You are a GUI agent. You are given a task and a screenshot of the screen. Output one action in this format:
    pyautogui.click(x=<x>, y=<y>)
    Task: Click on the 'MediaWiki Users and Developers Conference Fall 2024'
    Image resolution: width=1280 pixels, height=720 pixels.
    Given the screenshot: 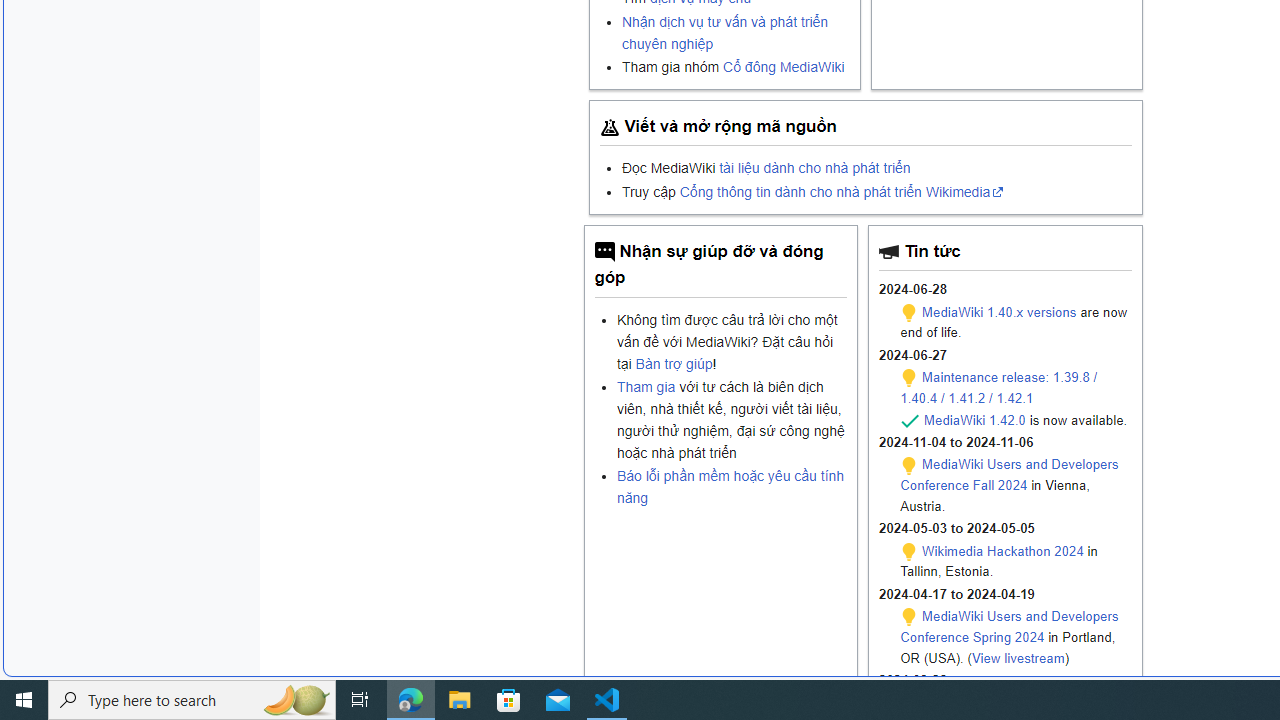 What is the action you would take?
    pyautogui.click(x=1009, y=475)
    